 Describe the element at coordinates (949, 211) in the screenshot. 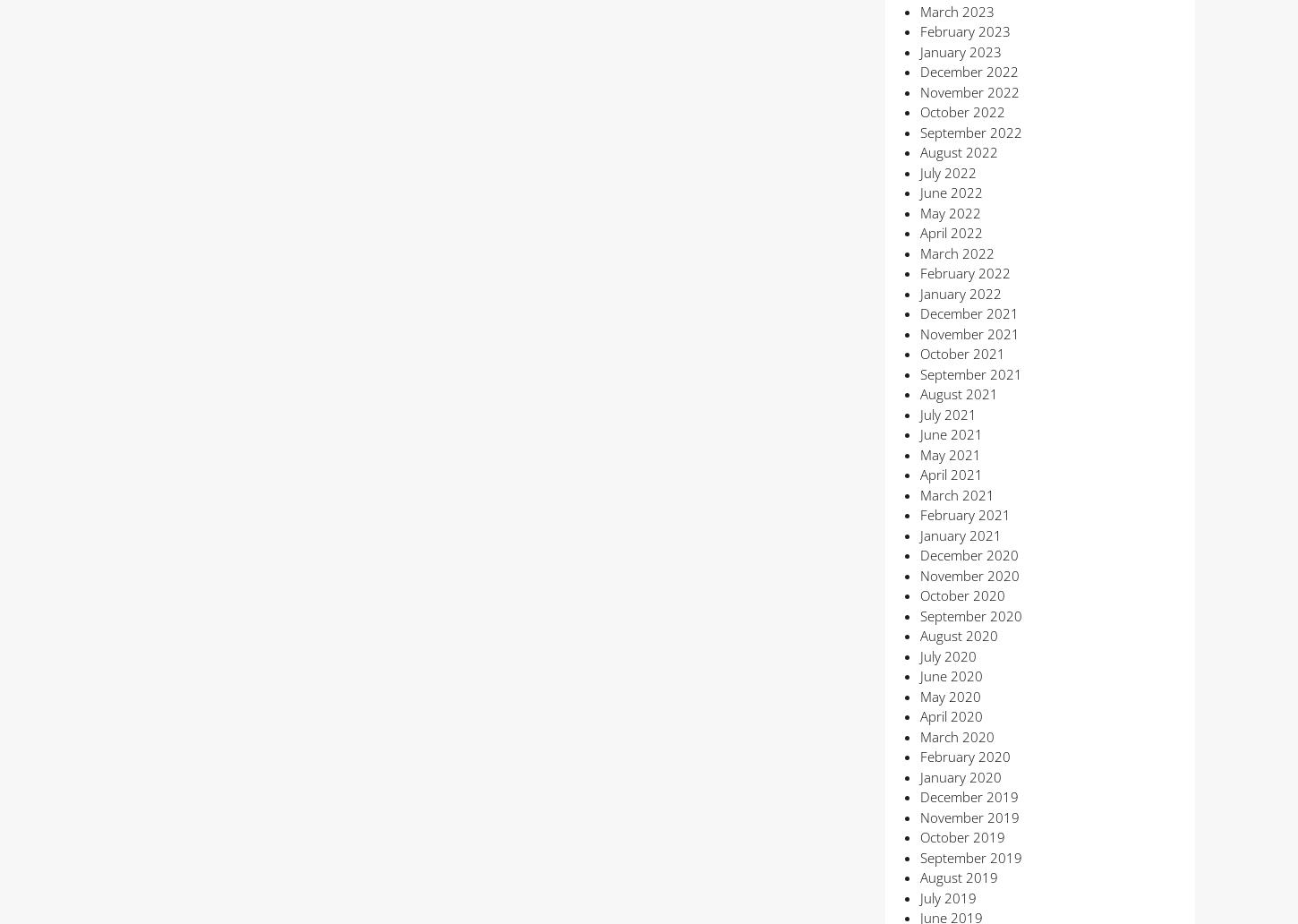

I see `'May 2022'` at that location.